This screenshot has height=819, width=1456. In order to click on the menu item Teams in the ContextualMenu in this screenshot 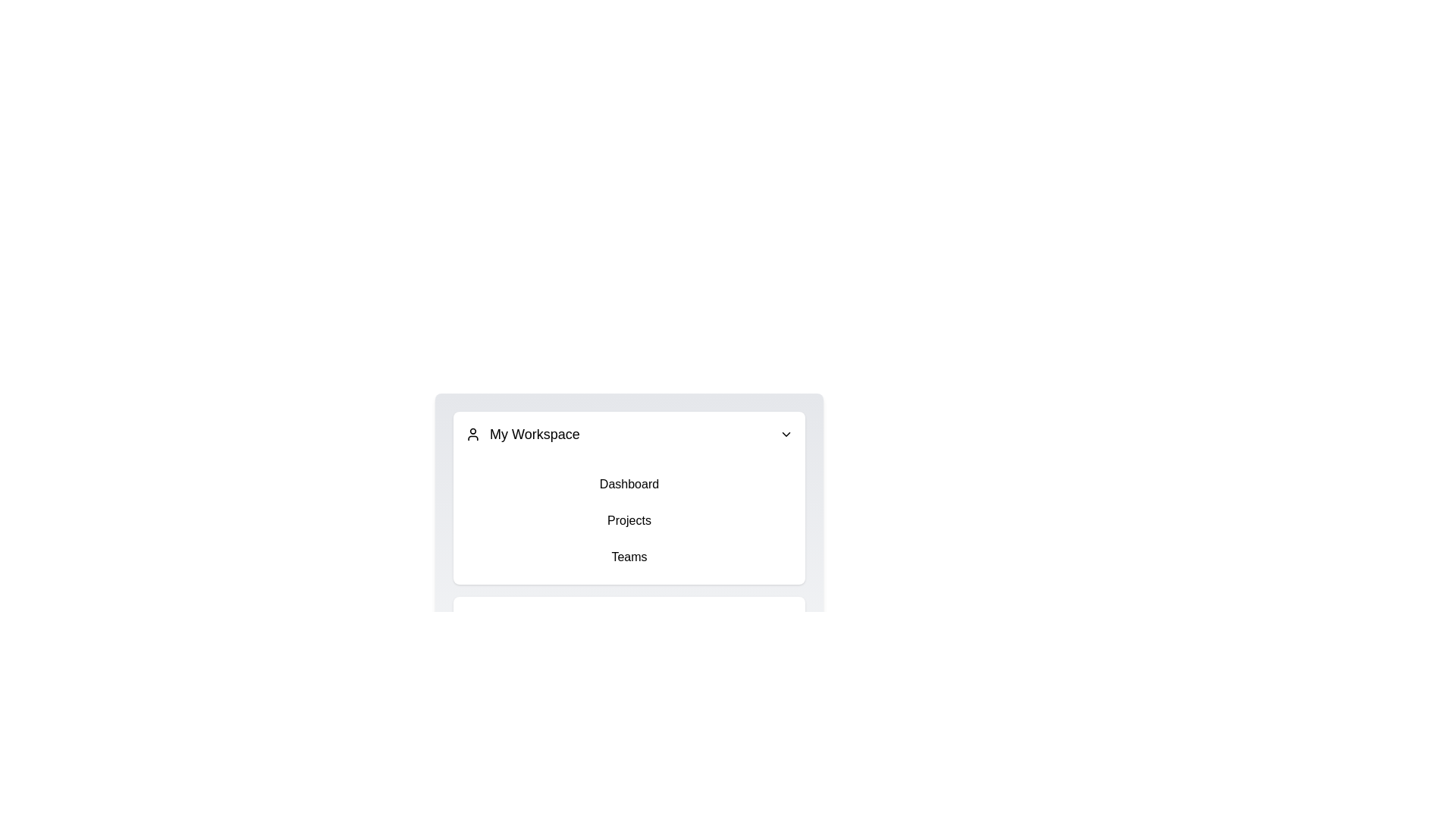, I will do `click(629, 557)`.